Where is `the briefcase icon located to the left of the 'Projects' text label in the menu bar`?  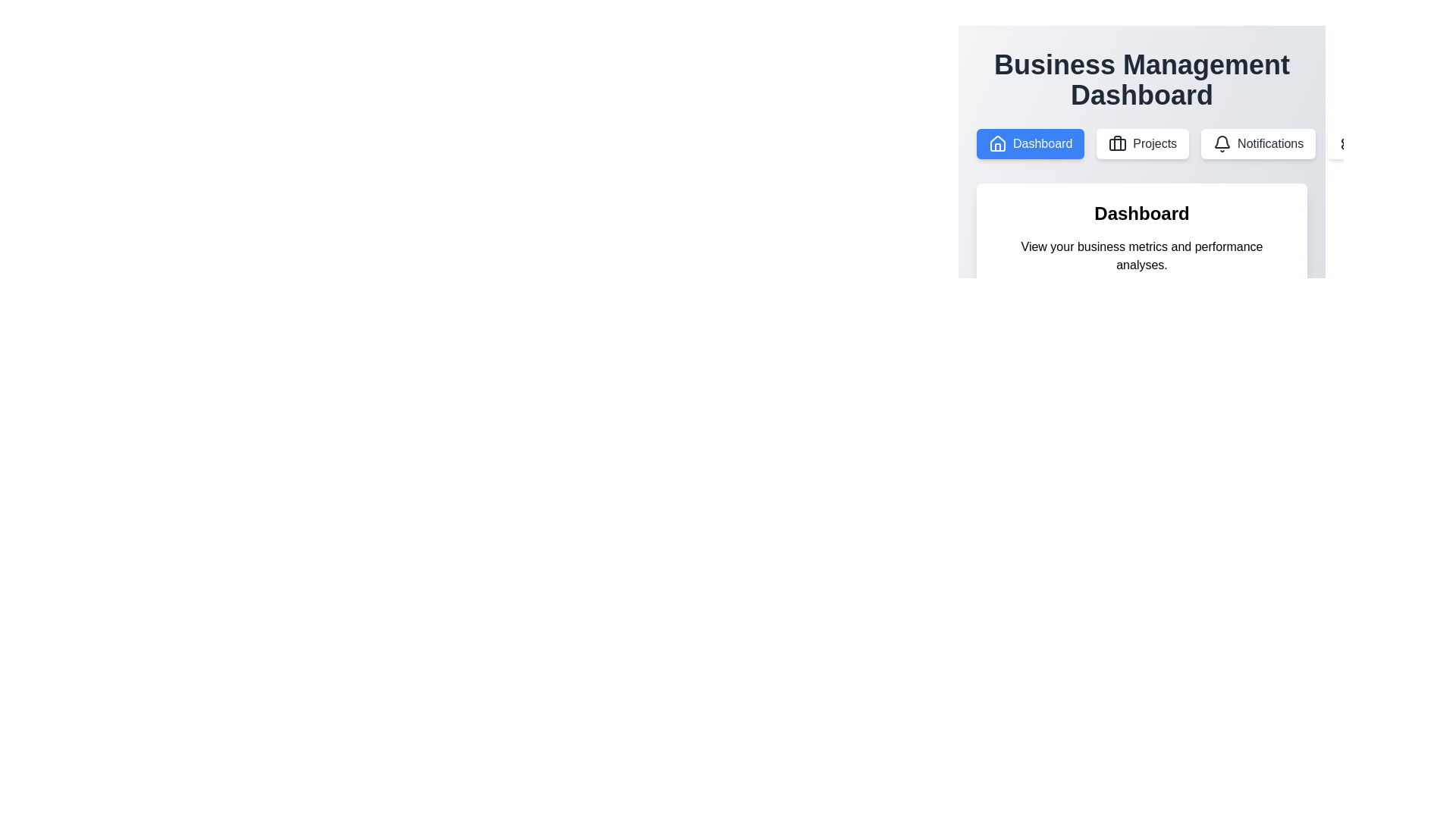
the briefcase icon located to the left of the 'Projects' text label in the menu bar is located at coordinates (1118, 143).